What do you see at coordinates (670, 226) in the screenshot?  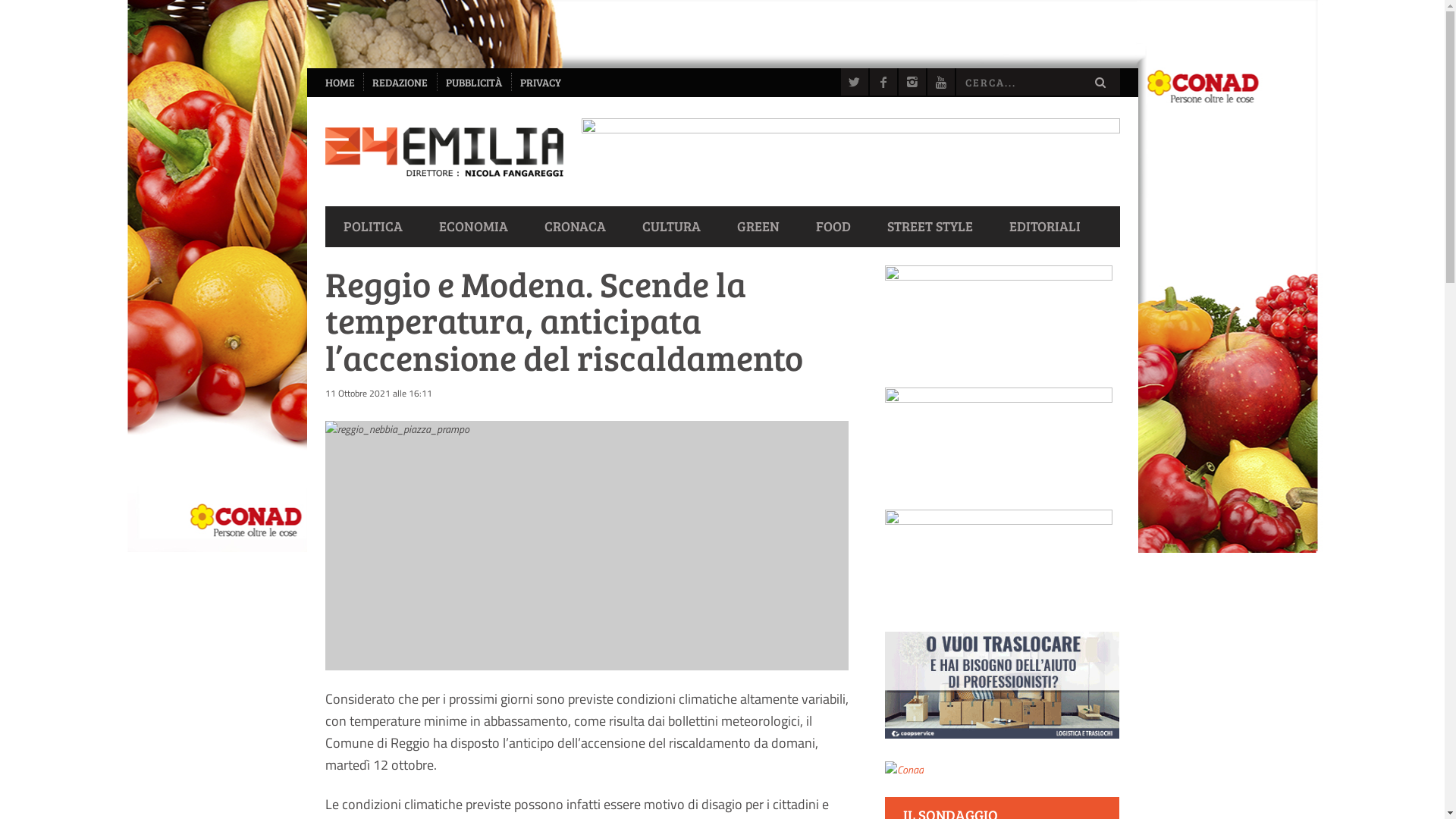 I see `'CULTURA'` at bounding box center [670, 226].